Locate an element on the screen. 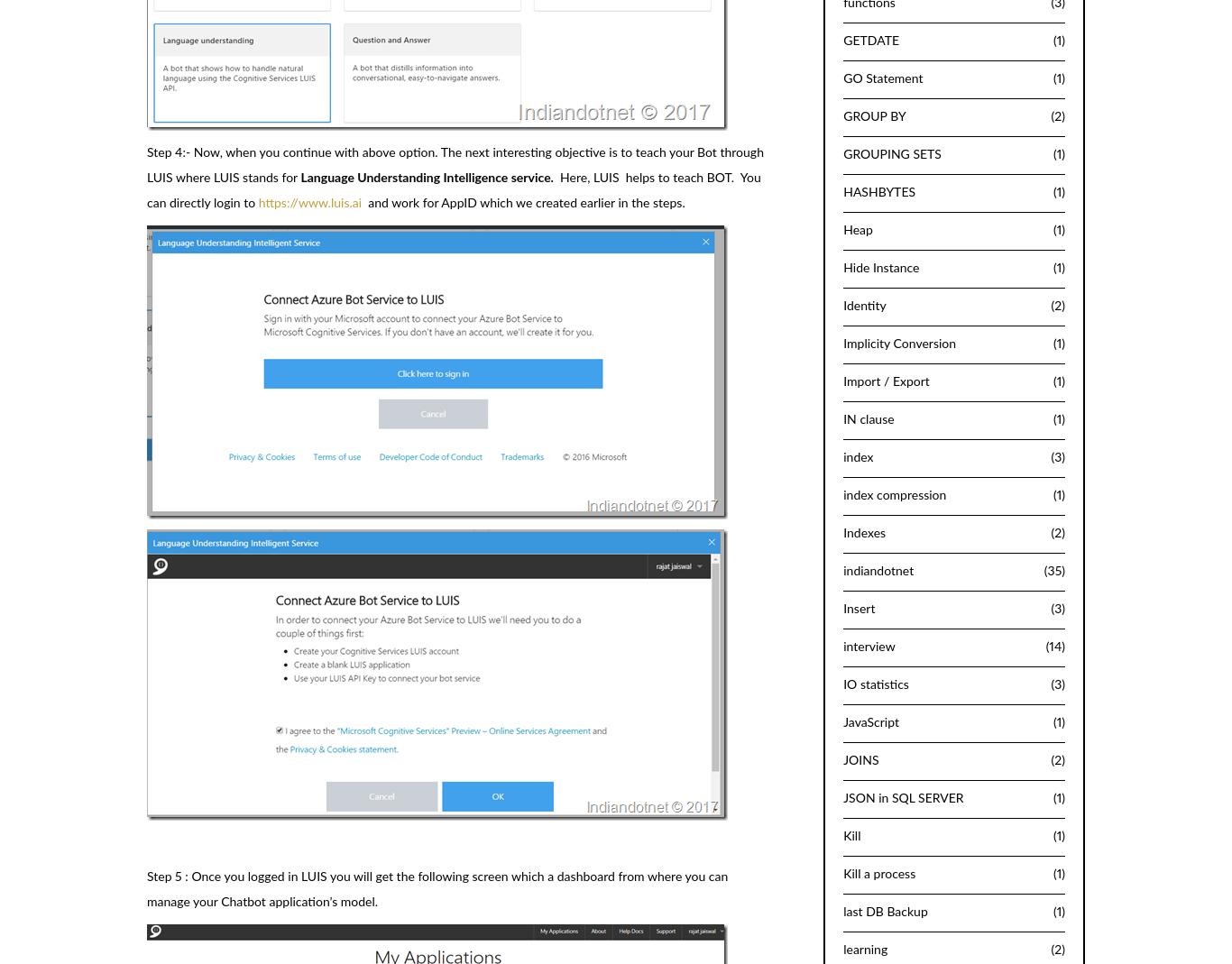 The image size is (1232, 964). 'last DB Backup' is located at coordinates (885, 911).